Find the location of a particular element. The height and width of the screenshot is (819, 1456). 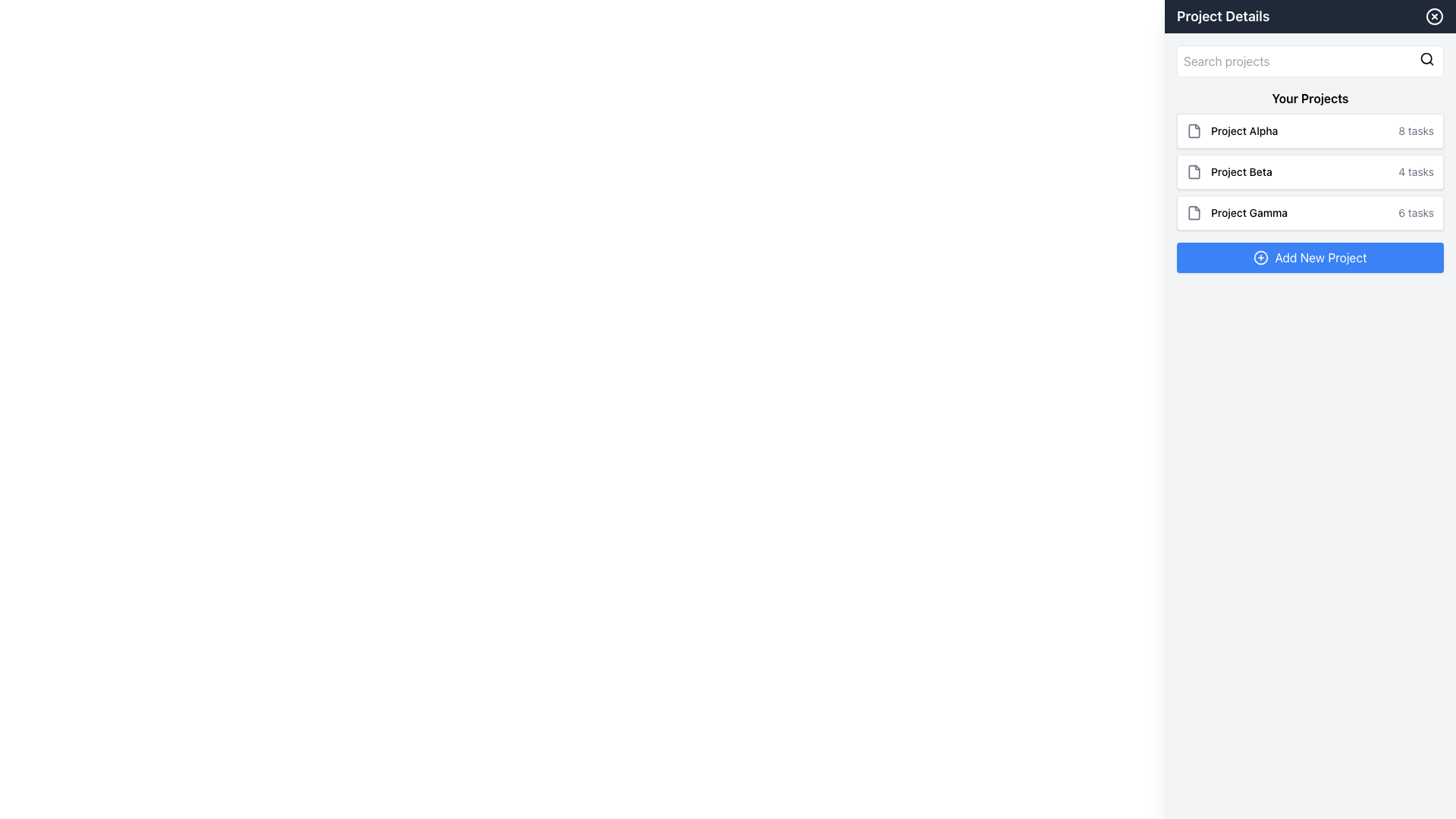

to select the project card labeled 'Project Gamma', which is the third item in the list of projects under 'Your Projects' is located at coordinates (1310, 213).